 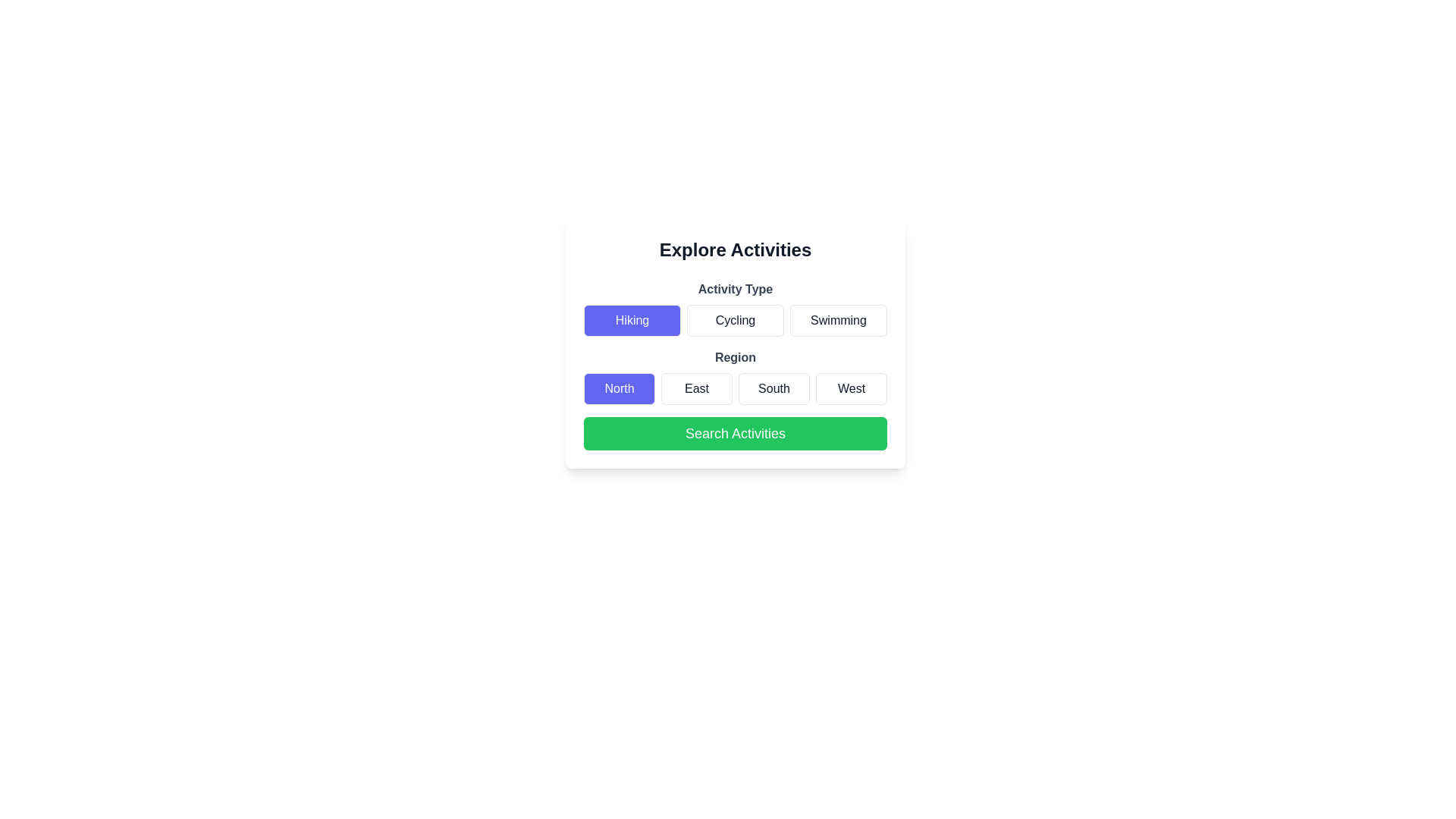 I want to click on the 'Hiking' button, which is a rectangular button with a blue background and rounded corners, so click(x=632, y=320).